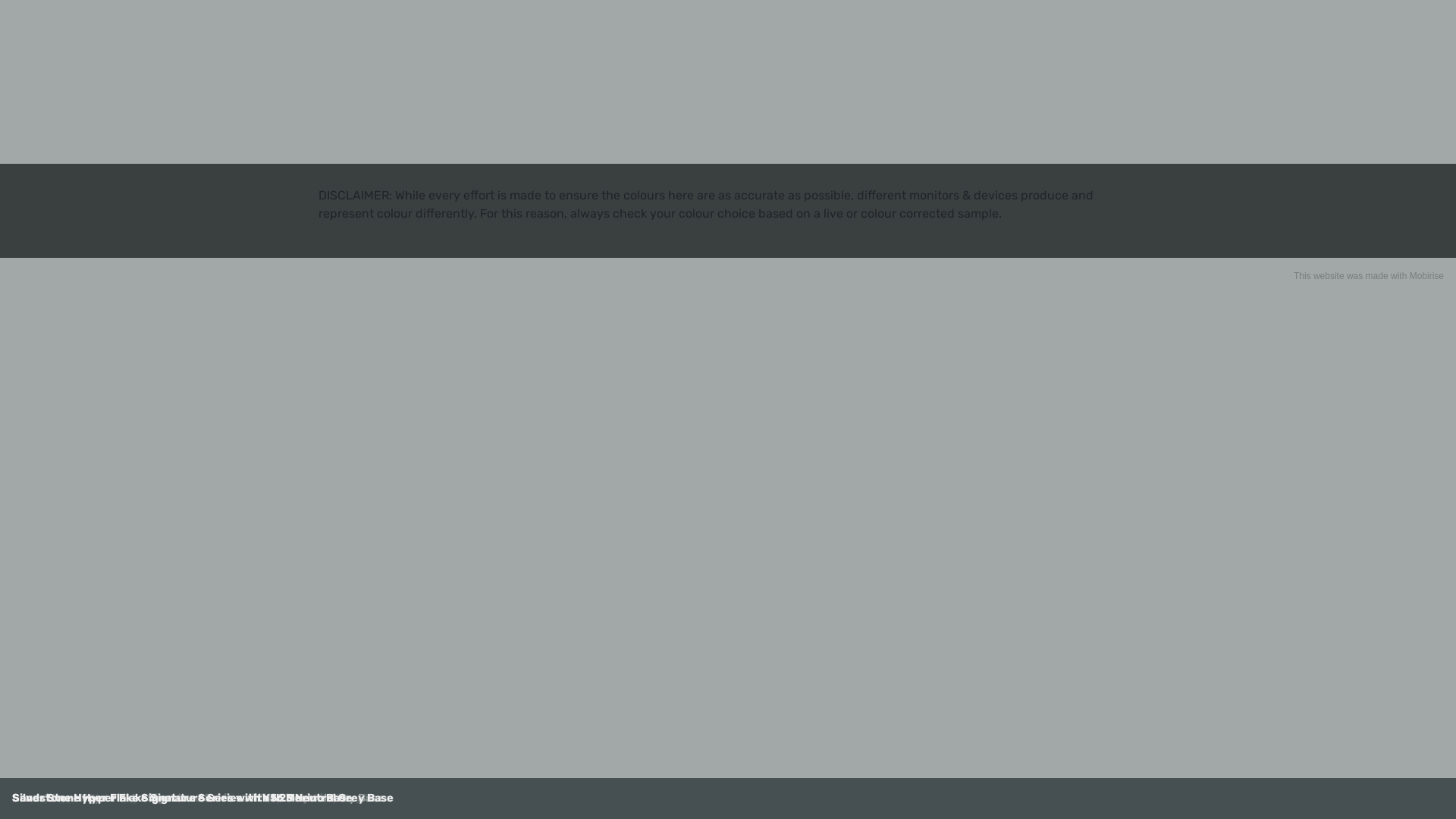  What do you see at coordinates (1301, 275) in the screenshot?
I see `'This'` at bounding box center [1301, 275].